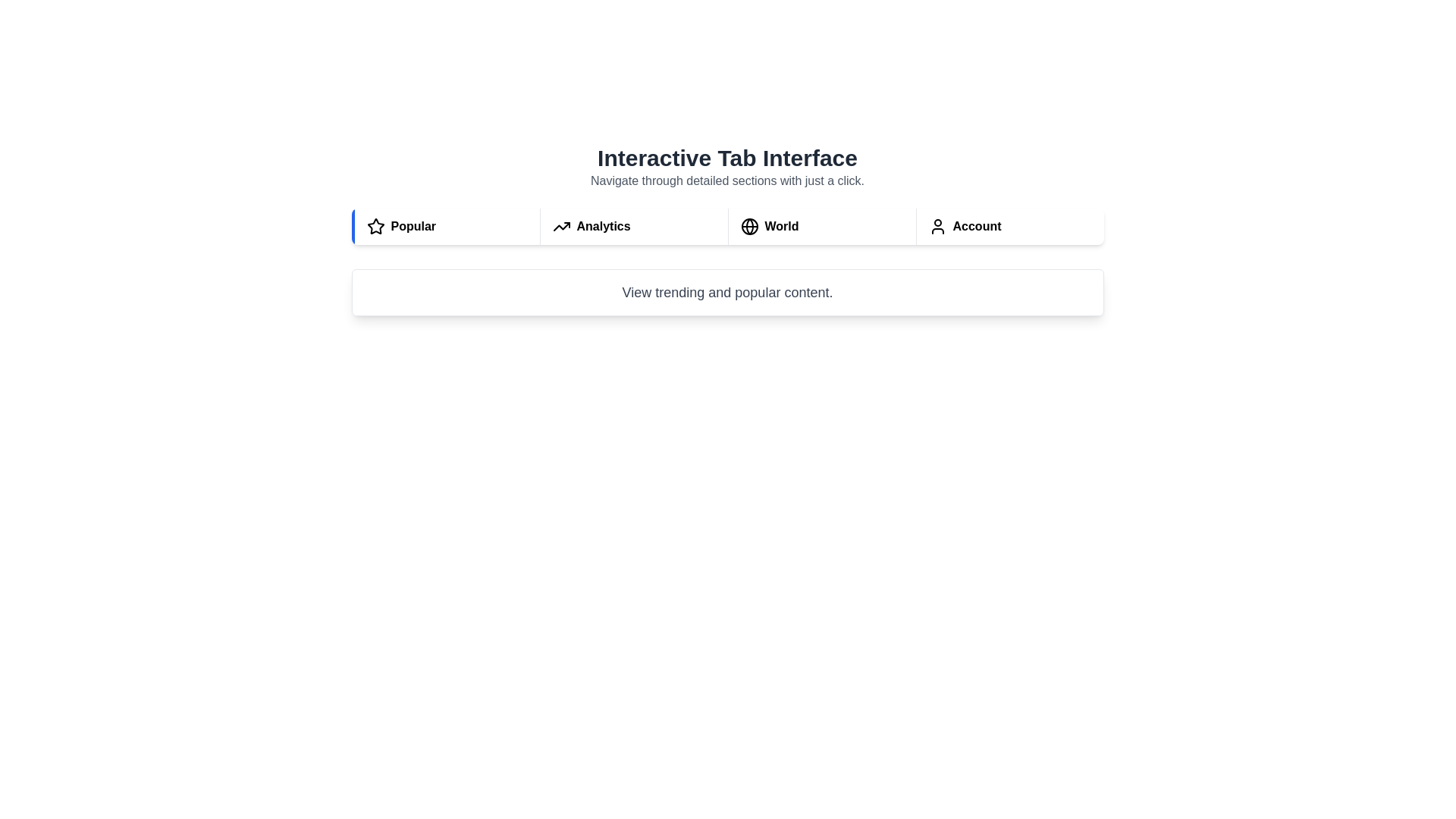  What do you see at coordinates (1009, 227) in the screenshot?
I see `the Account tab` at bounding box center [1009, 227].